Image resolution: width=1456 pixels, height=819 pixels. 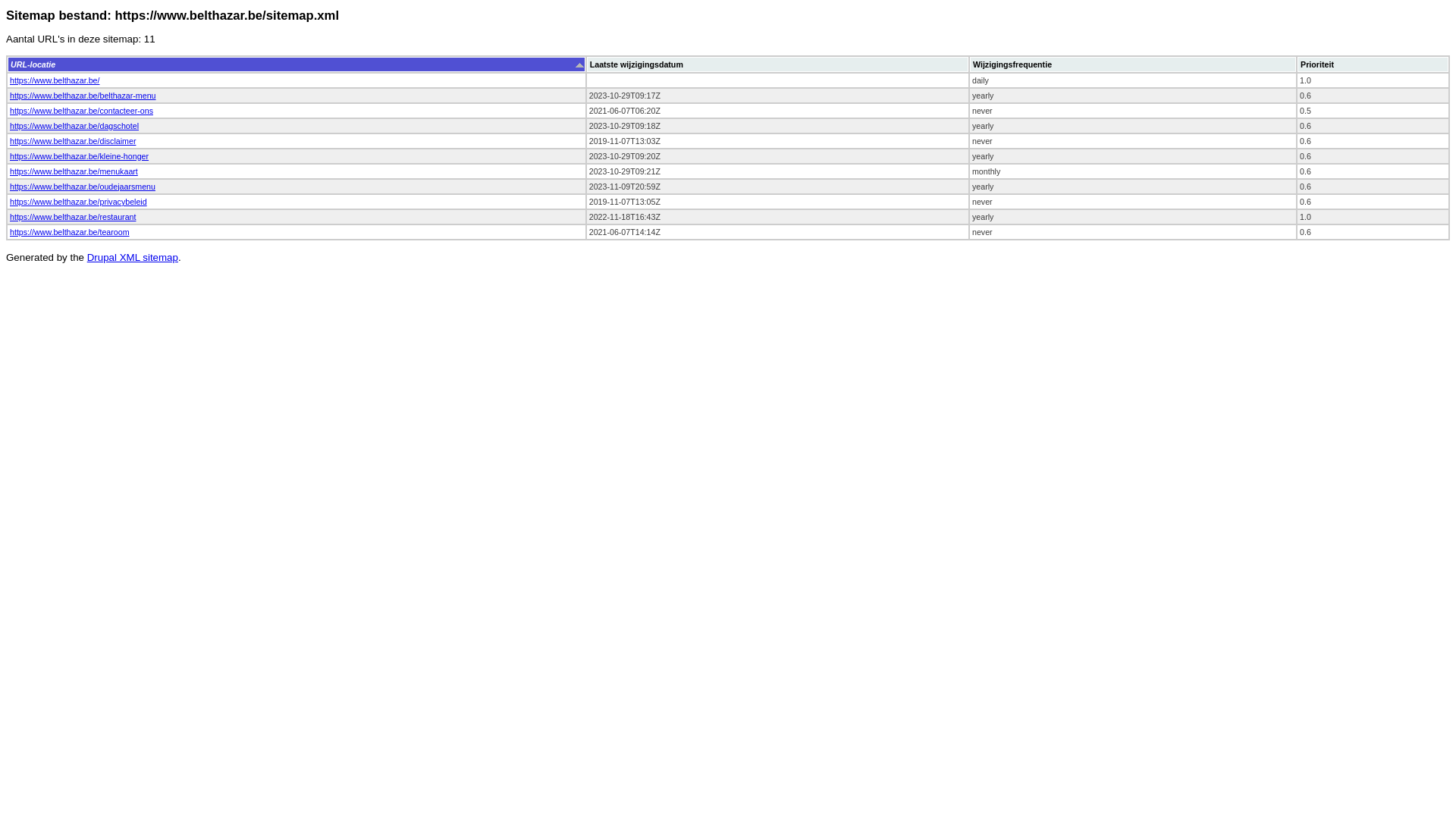 I want to click on 'https://www.belthazar.be/privacybeleid', so click(x=77, y=201).